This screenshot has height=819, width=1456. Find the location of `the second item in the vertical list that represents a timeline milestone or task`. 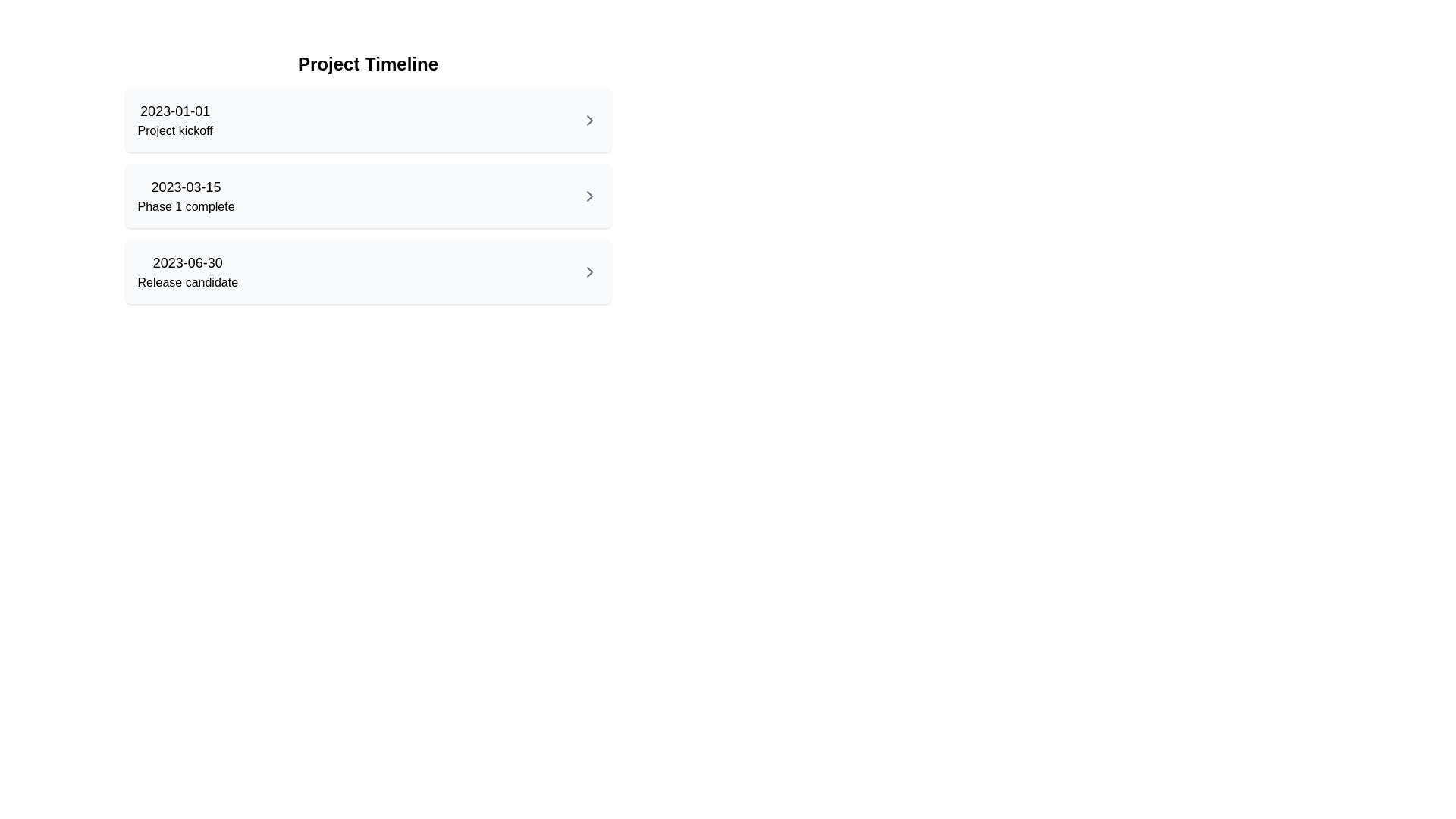

the second item in the vertical list that represents a timeline milestone or task is located at coordinates (368, 195).